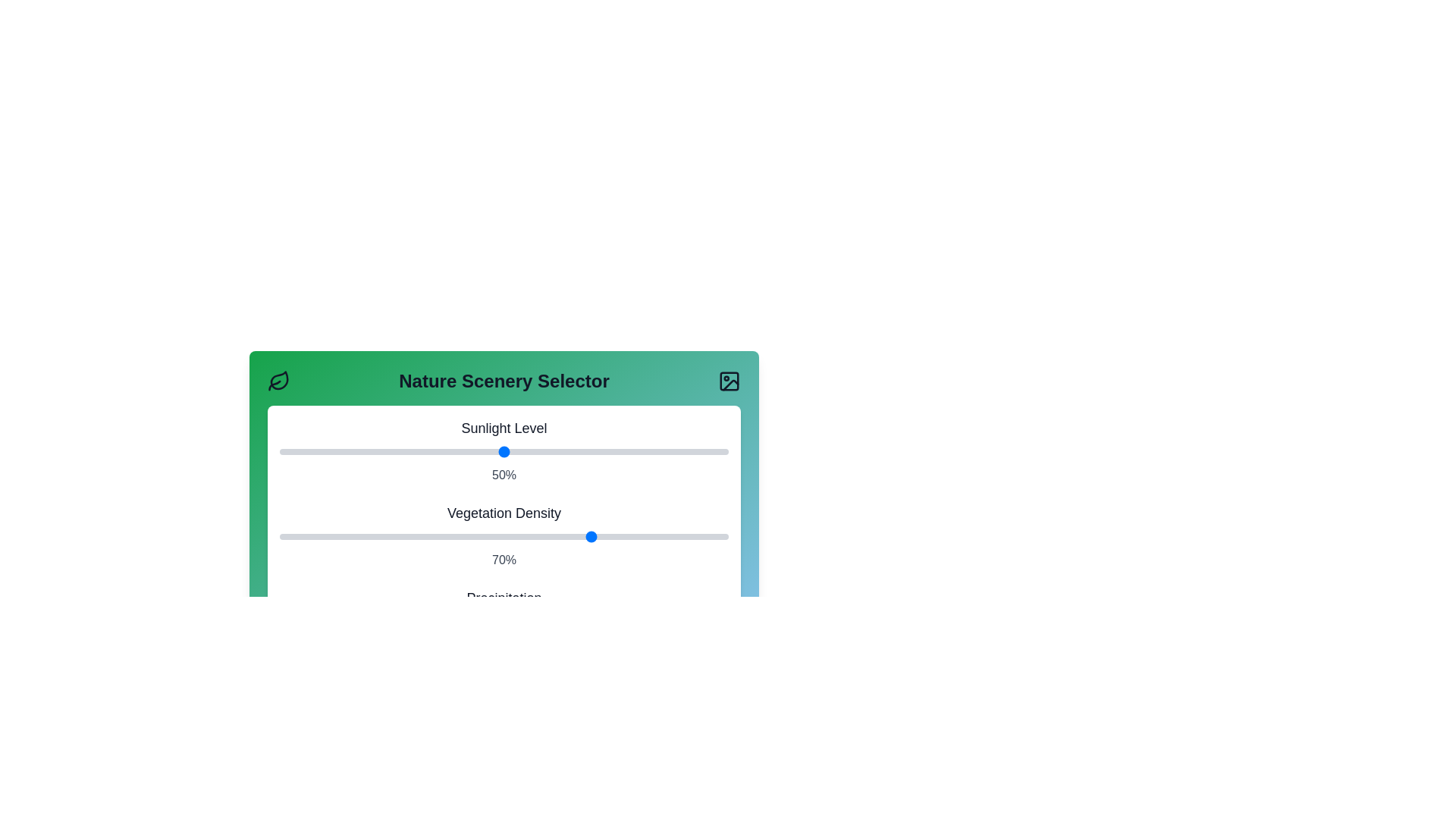 Image resolution: width=1456 pixels, height=819 pixels. I want to click on the Vegetation Density slider to set its value to 56, so click(531, 536).